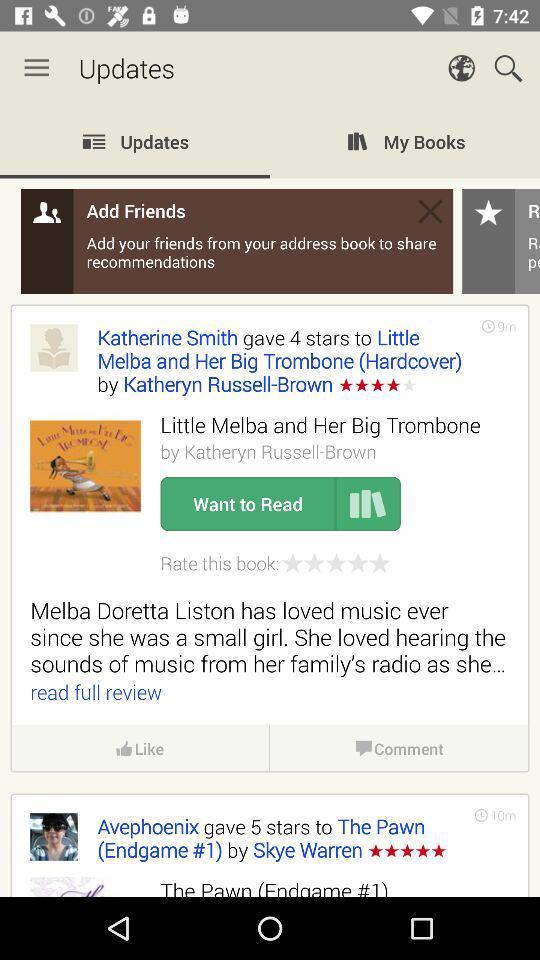 This screenshot has width=540, height=960. I want to click on the item next to the rate this book: icon, so click(336, 563).